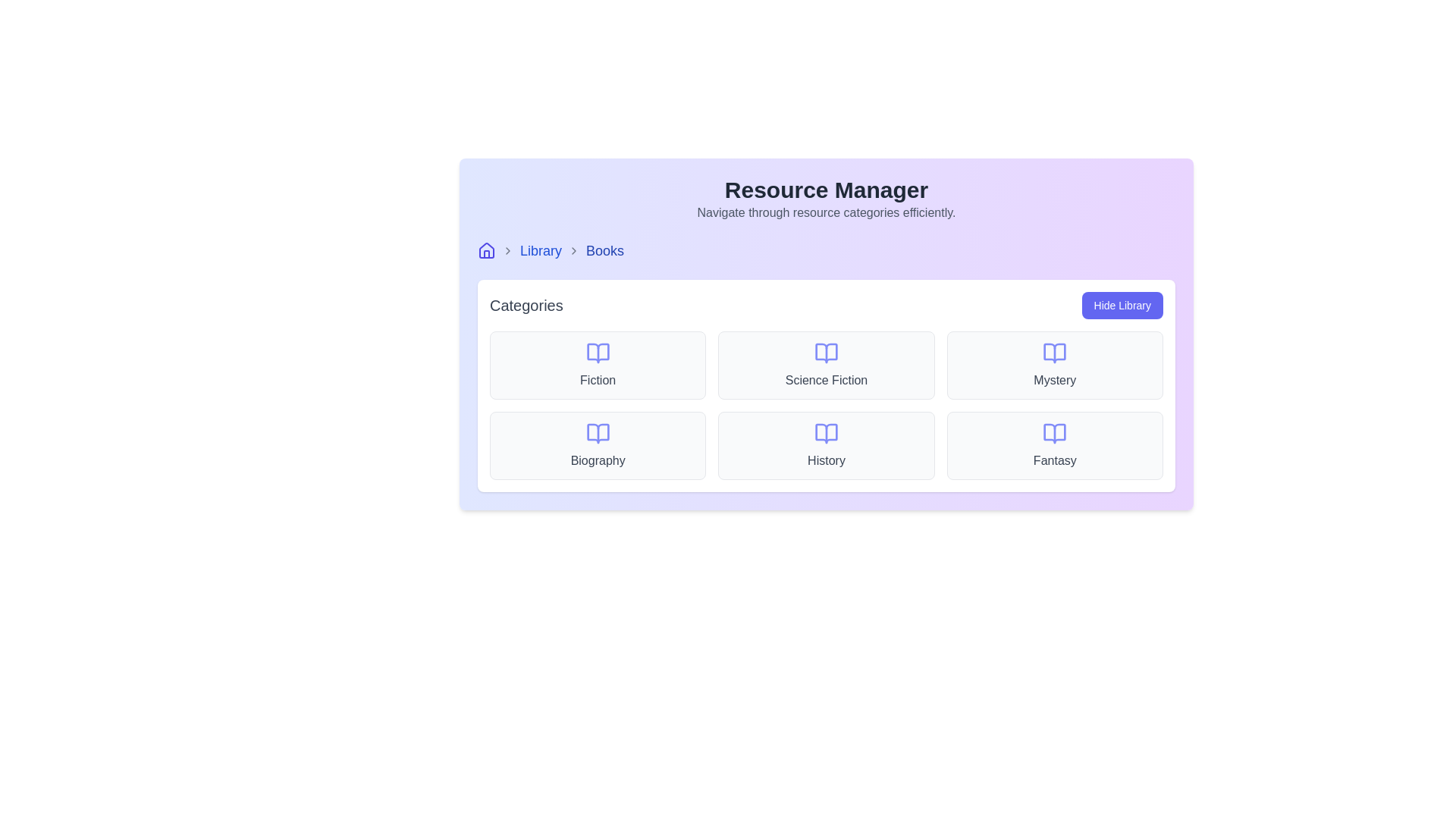 The height and width of the screenshot is (819, 1456). What do you see at coordinates (825, 189) in the screenshot?
I see `header text located at the top-center of the interface, which serves as a title for the section` at bounding box center [825, 189].